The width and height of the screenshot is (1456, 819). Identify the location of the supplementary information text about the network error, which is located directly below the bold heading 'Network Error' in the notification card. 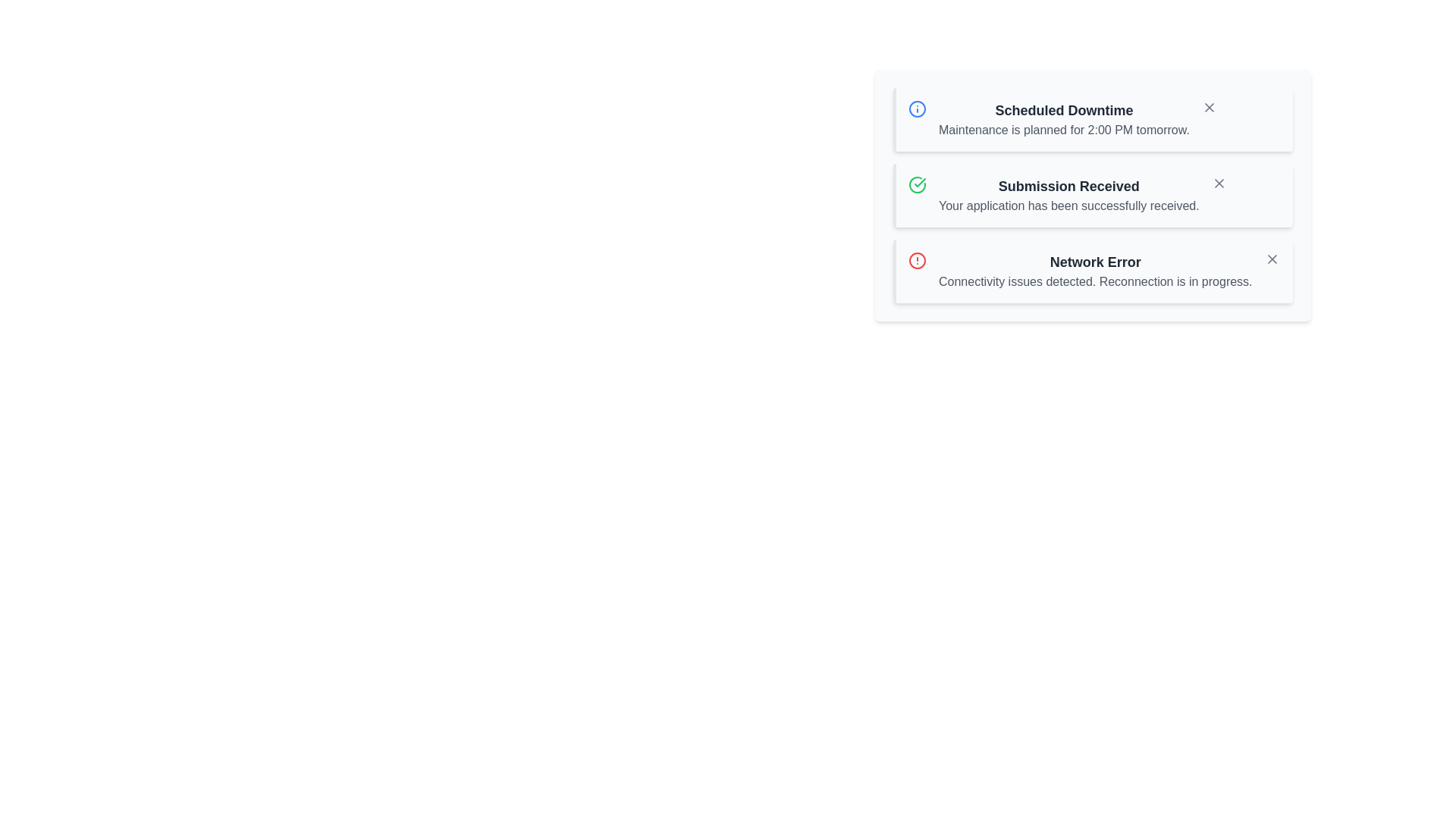
(1095, 281).